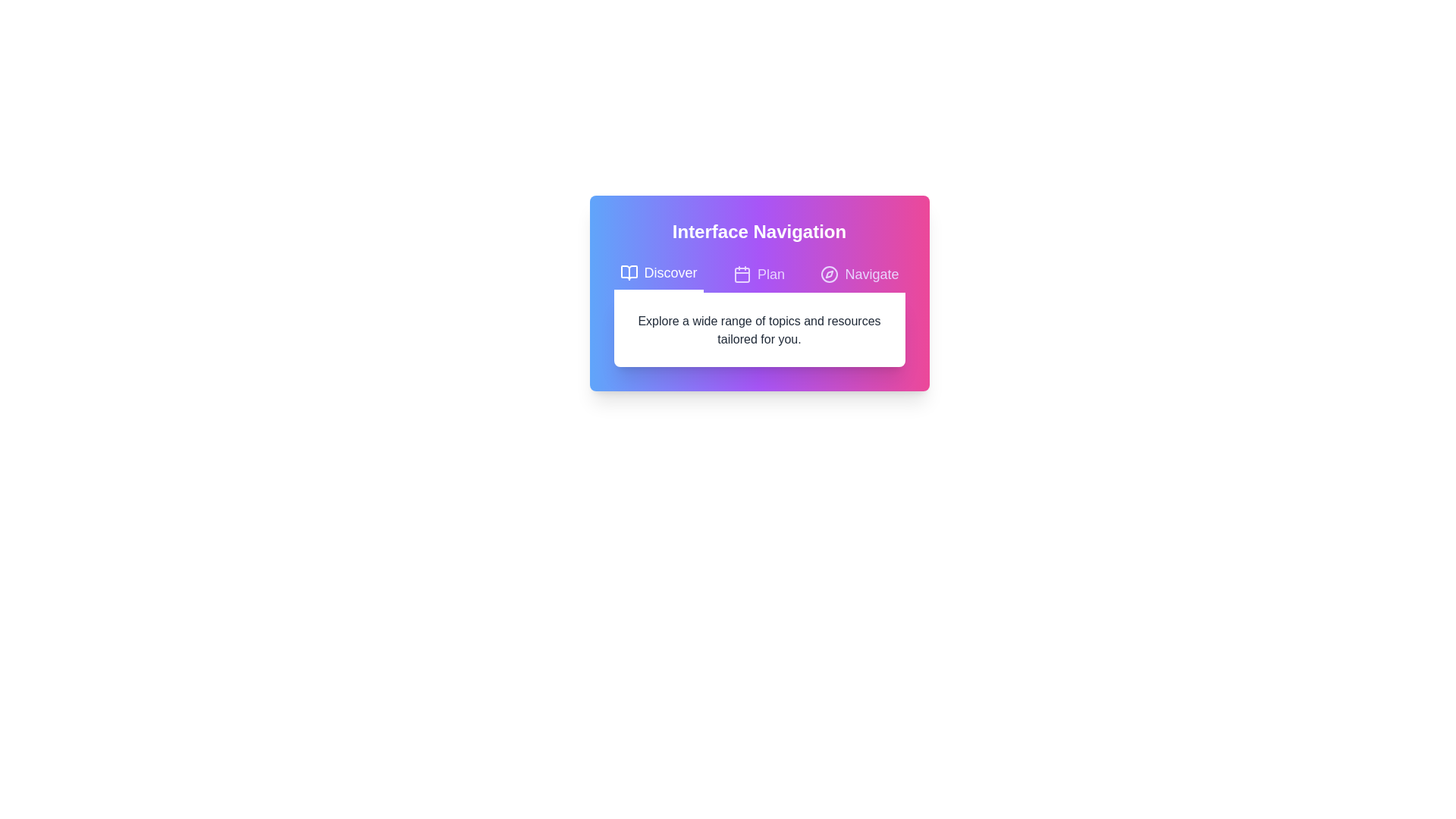  What do you see at coordinates (871, 275) in the screenshot?
I see `the 'Navigate' text label within the third tab of the horizontal tab layout` at bounding box center [871, 275].